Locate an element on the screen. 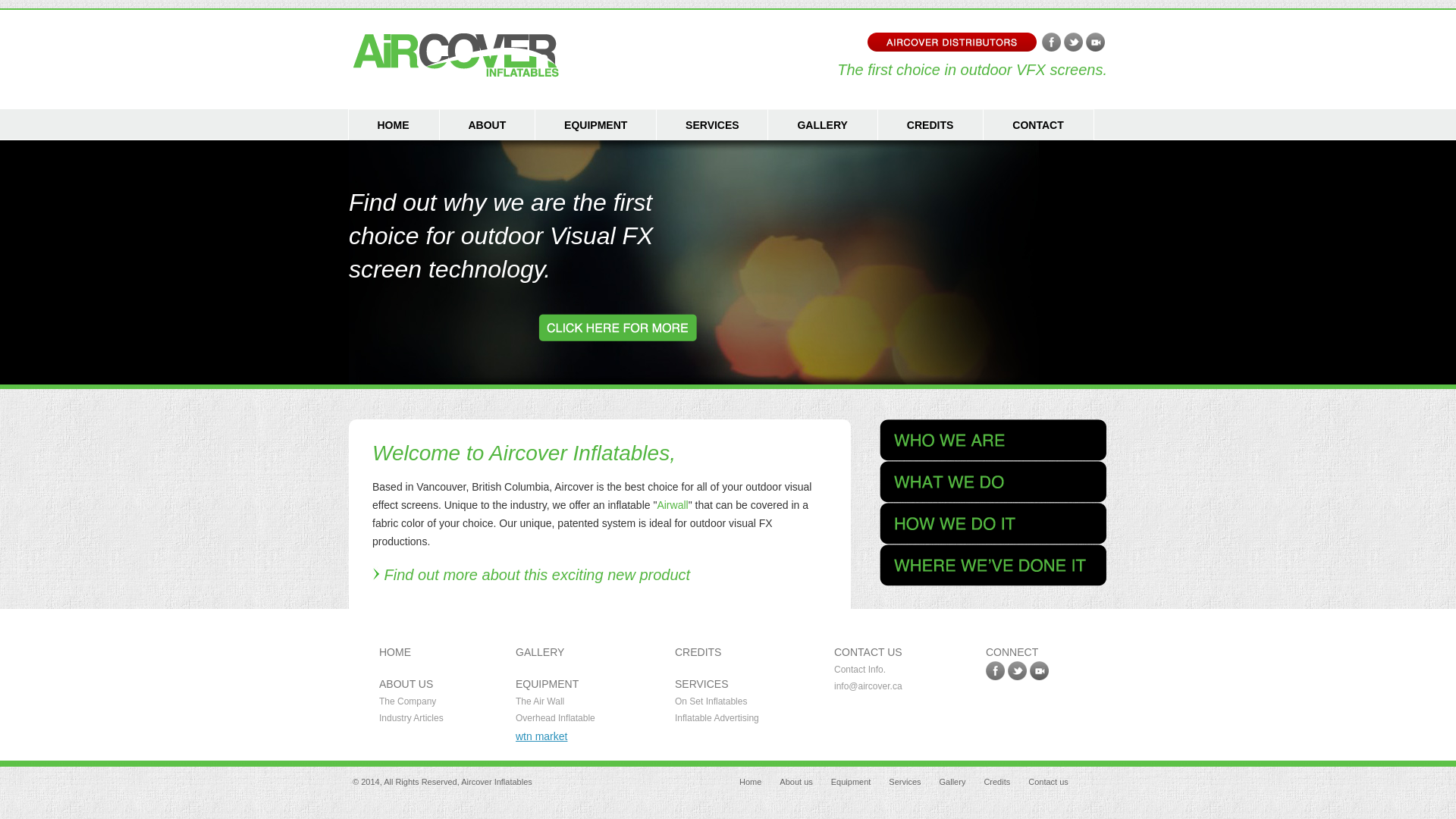 The height and width of the screenshot is (819, 1456). 'HOME' is located at coordinates (395, 651).